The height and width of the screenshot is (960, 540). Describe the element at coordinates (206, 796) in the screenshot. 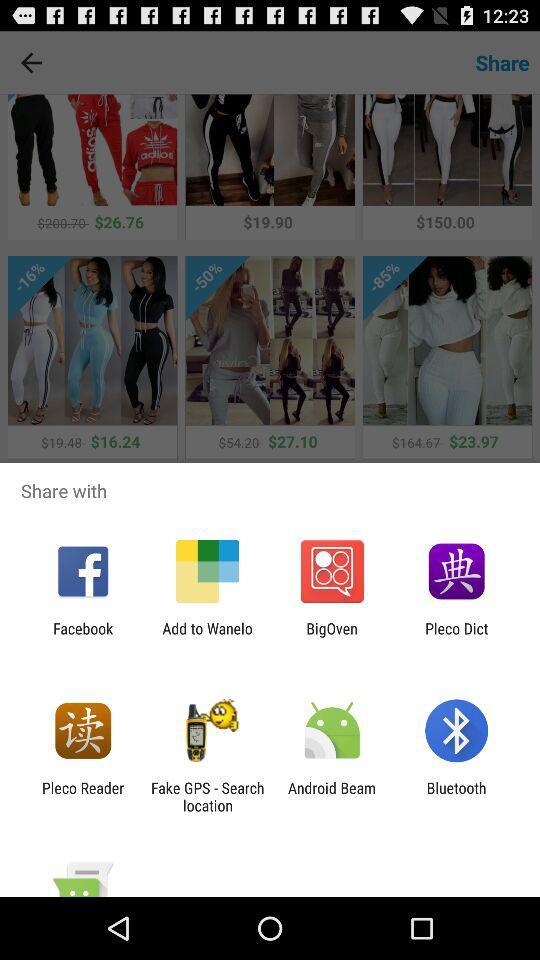

I see `app to the right of pleco reader item` at that location.